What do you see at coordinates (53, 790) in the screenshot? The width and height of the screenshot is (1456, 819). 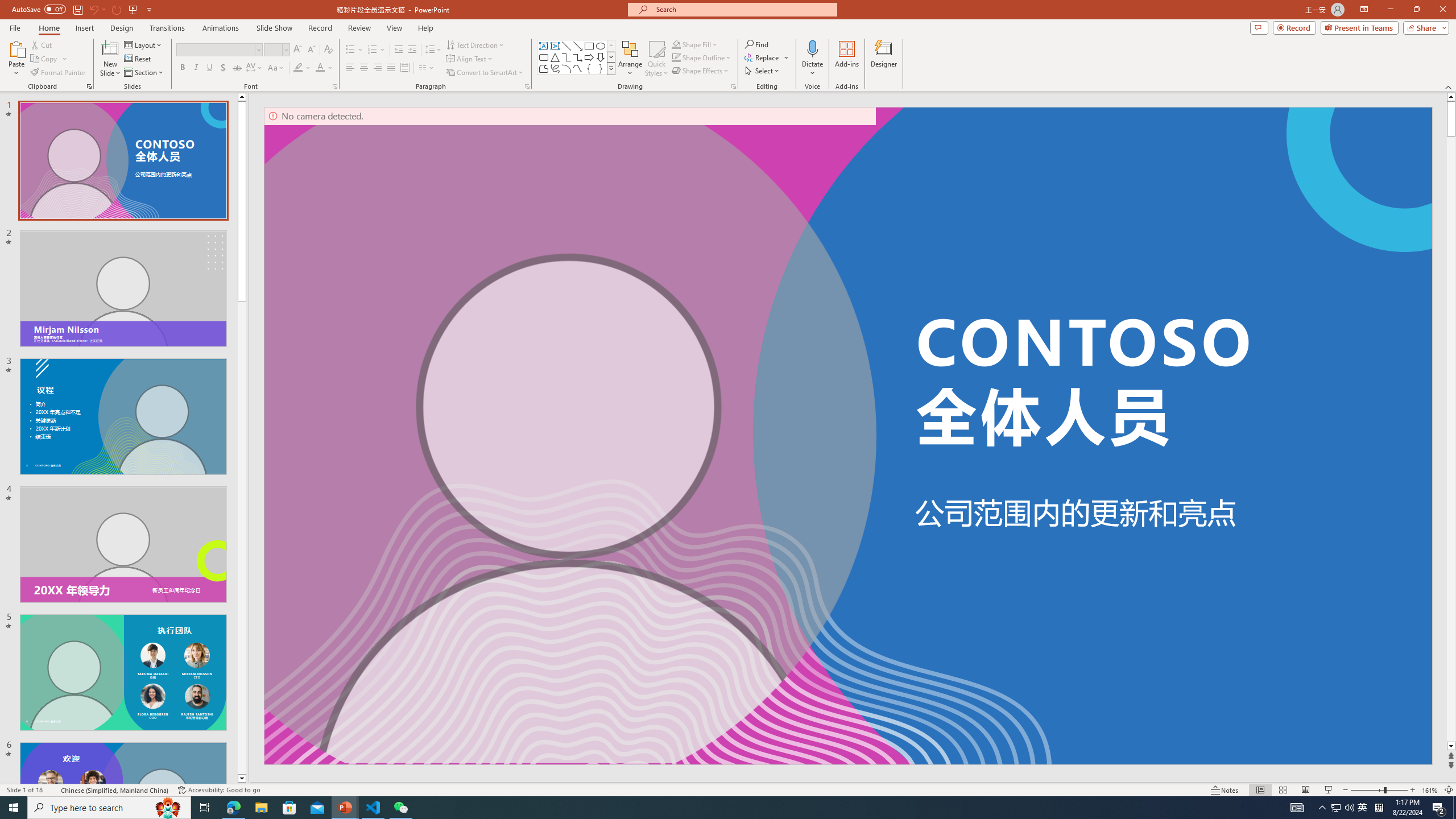 I see `'Spell Check '` at bounding box center [53, 790].